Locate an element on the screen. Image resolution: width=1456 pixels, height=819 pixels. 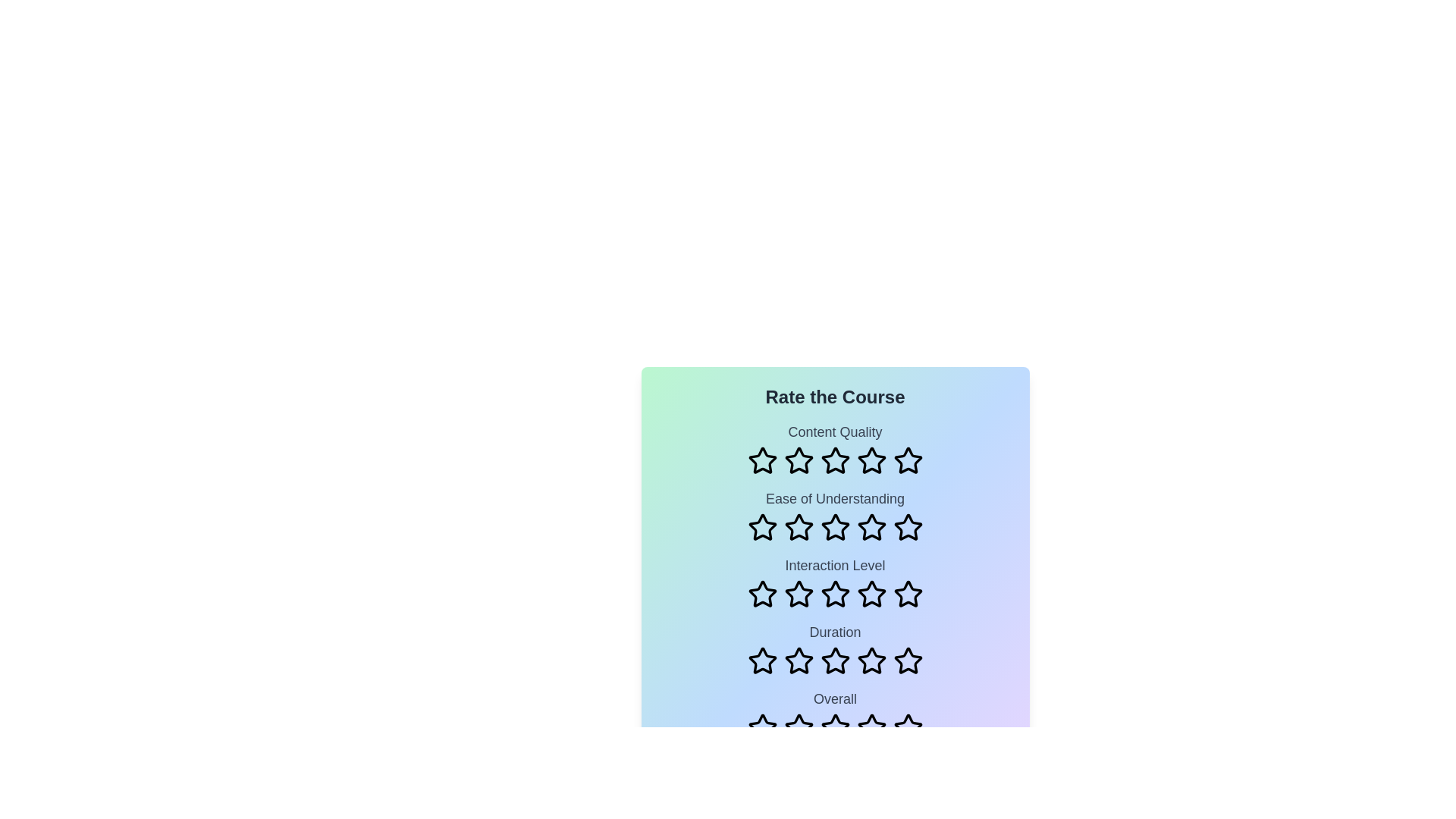
the submit button to finalize and submit the ratings is located at coordinates (834, 780).